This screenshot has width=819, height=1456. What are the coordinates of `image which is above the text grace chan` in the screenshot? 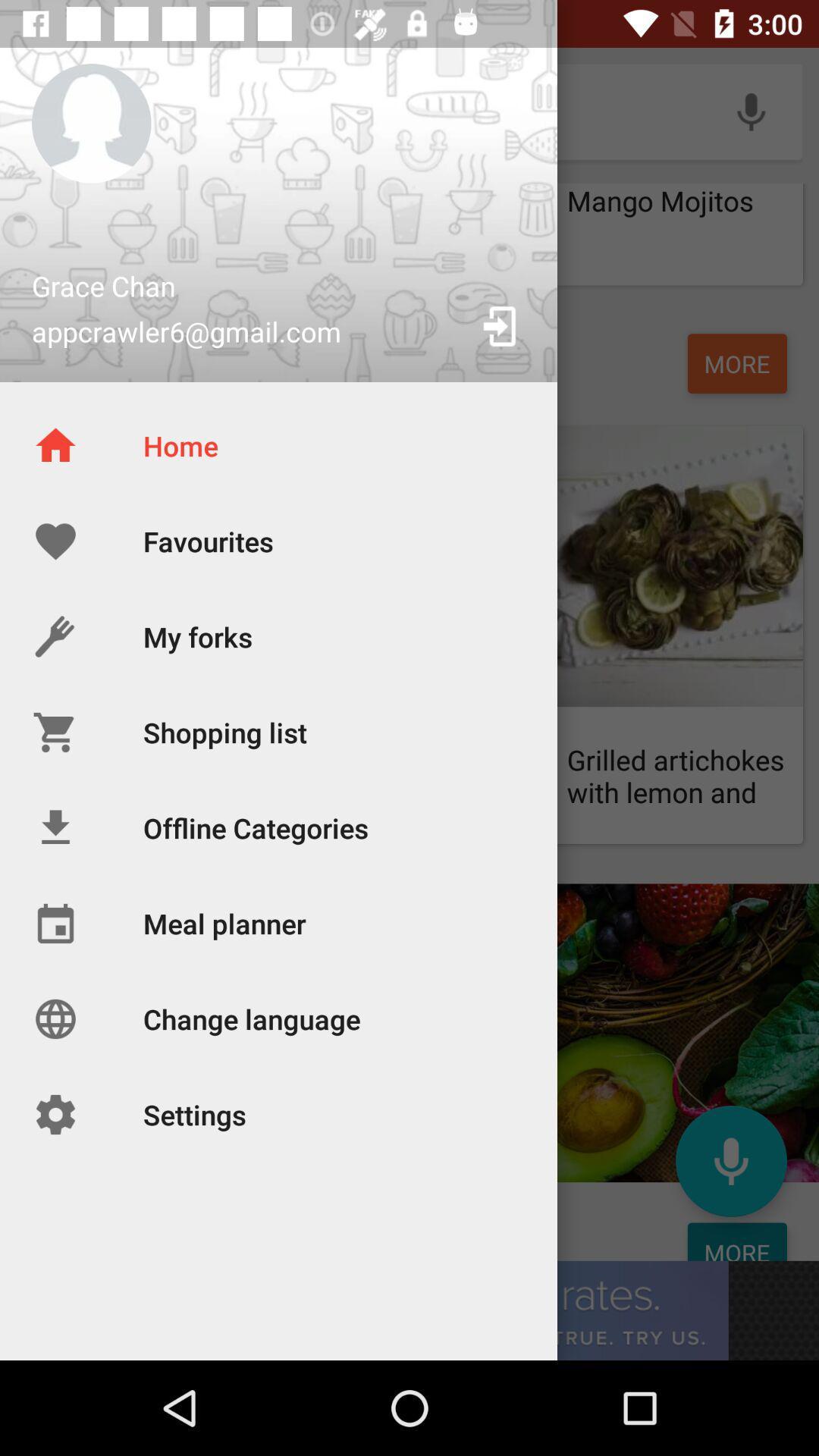 It's located at (91, 124).